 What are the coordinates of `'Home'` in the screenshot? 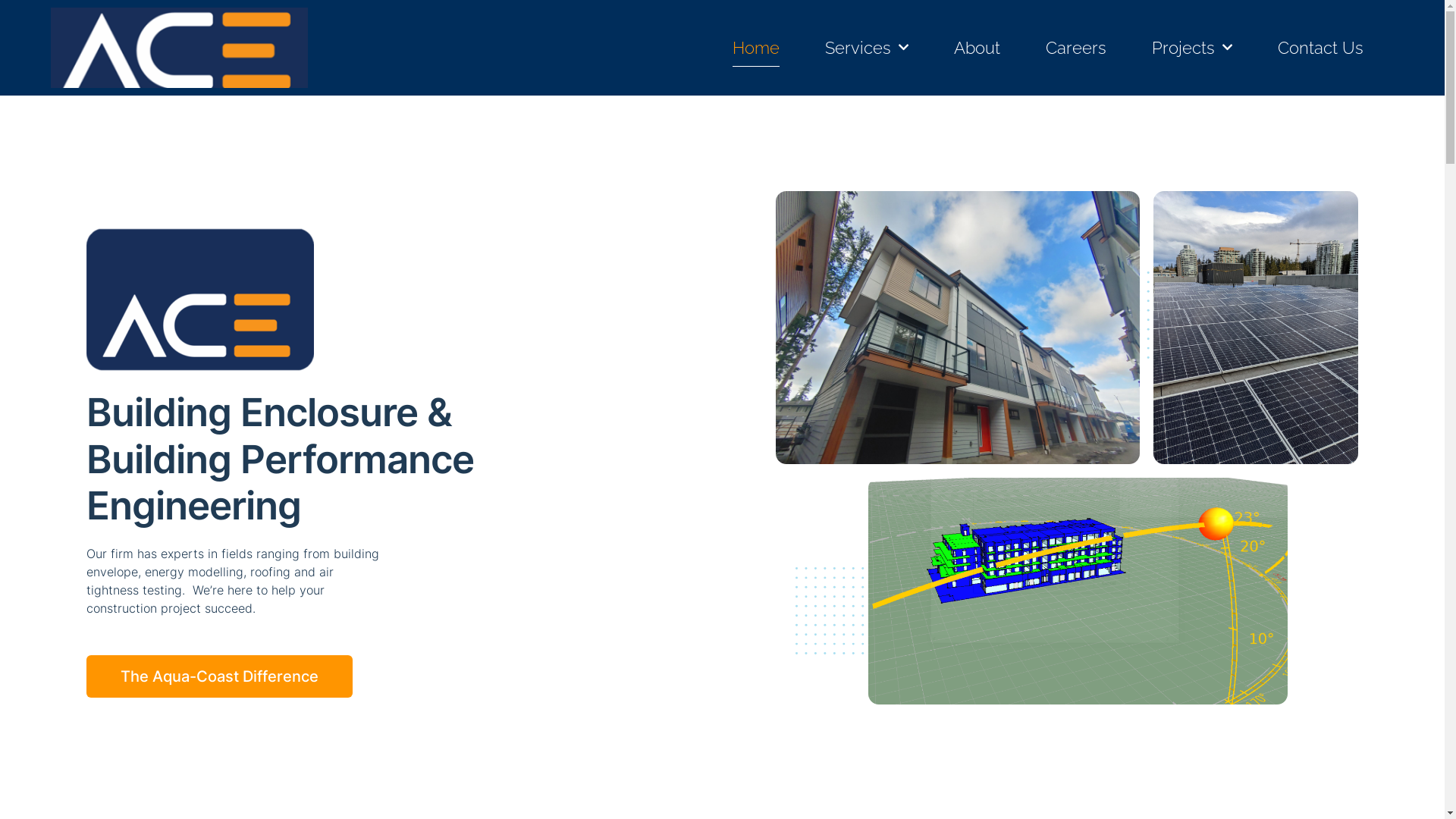 It's located at (756, 46).